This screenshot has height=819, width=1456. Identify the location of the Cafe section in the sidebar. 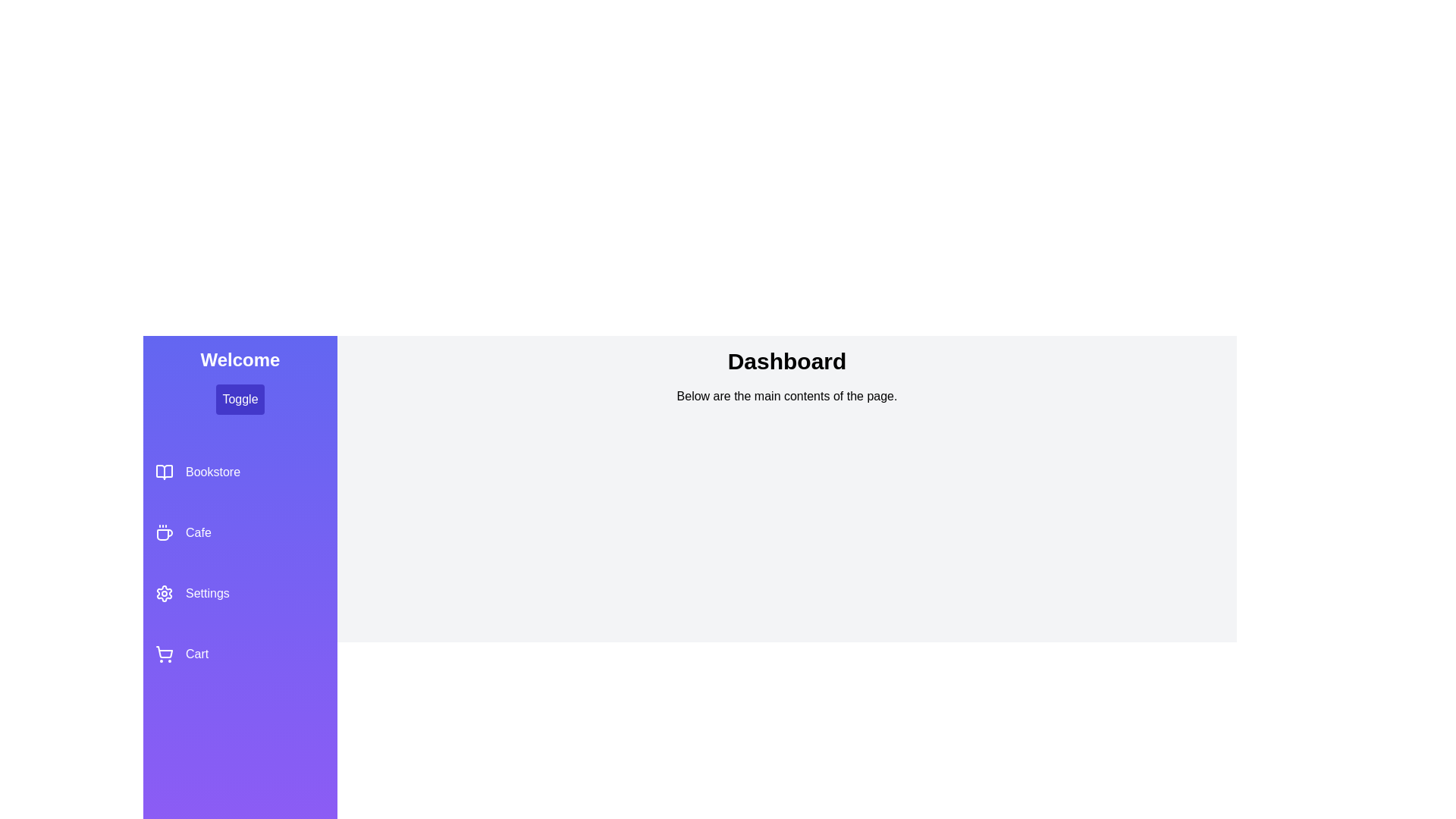
(239, 532).